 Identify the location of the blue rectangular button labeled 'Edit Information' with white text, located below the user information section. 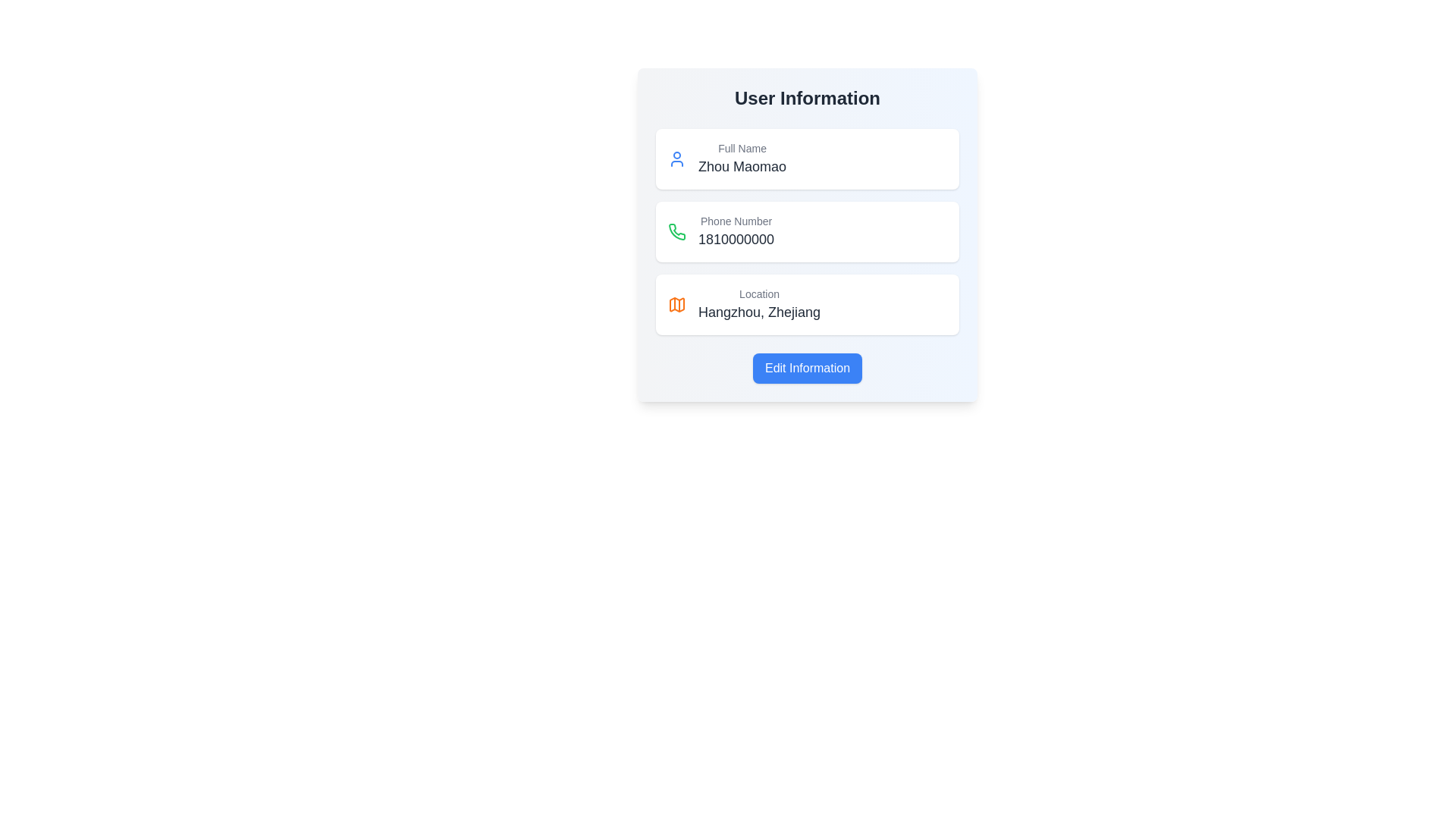
(807, 369).